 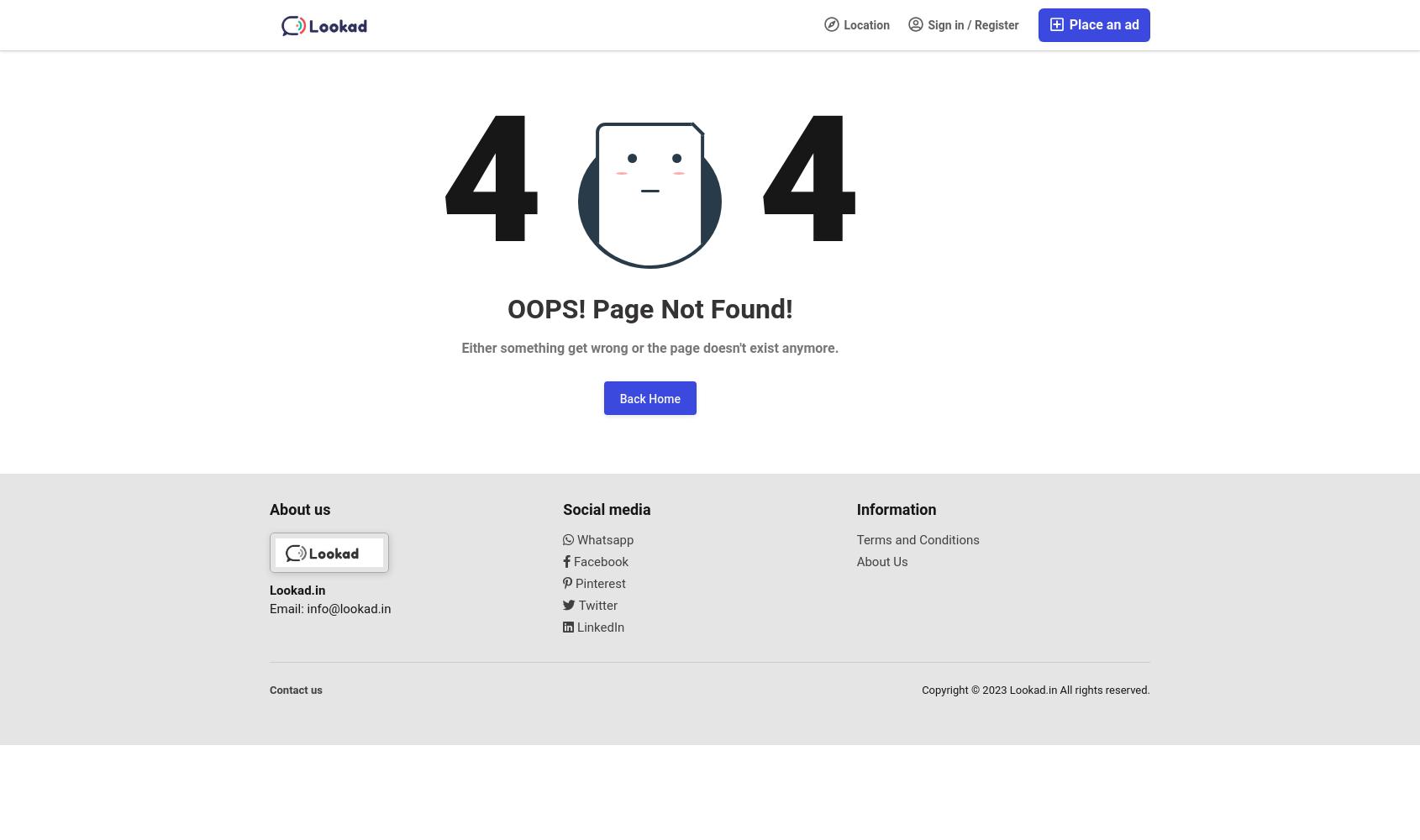 What do you see at coordinates (595, 604) in the screenshot?
I see `'Twitter'` at bounding box center [595, 604].